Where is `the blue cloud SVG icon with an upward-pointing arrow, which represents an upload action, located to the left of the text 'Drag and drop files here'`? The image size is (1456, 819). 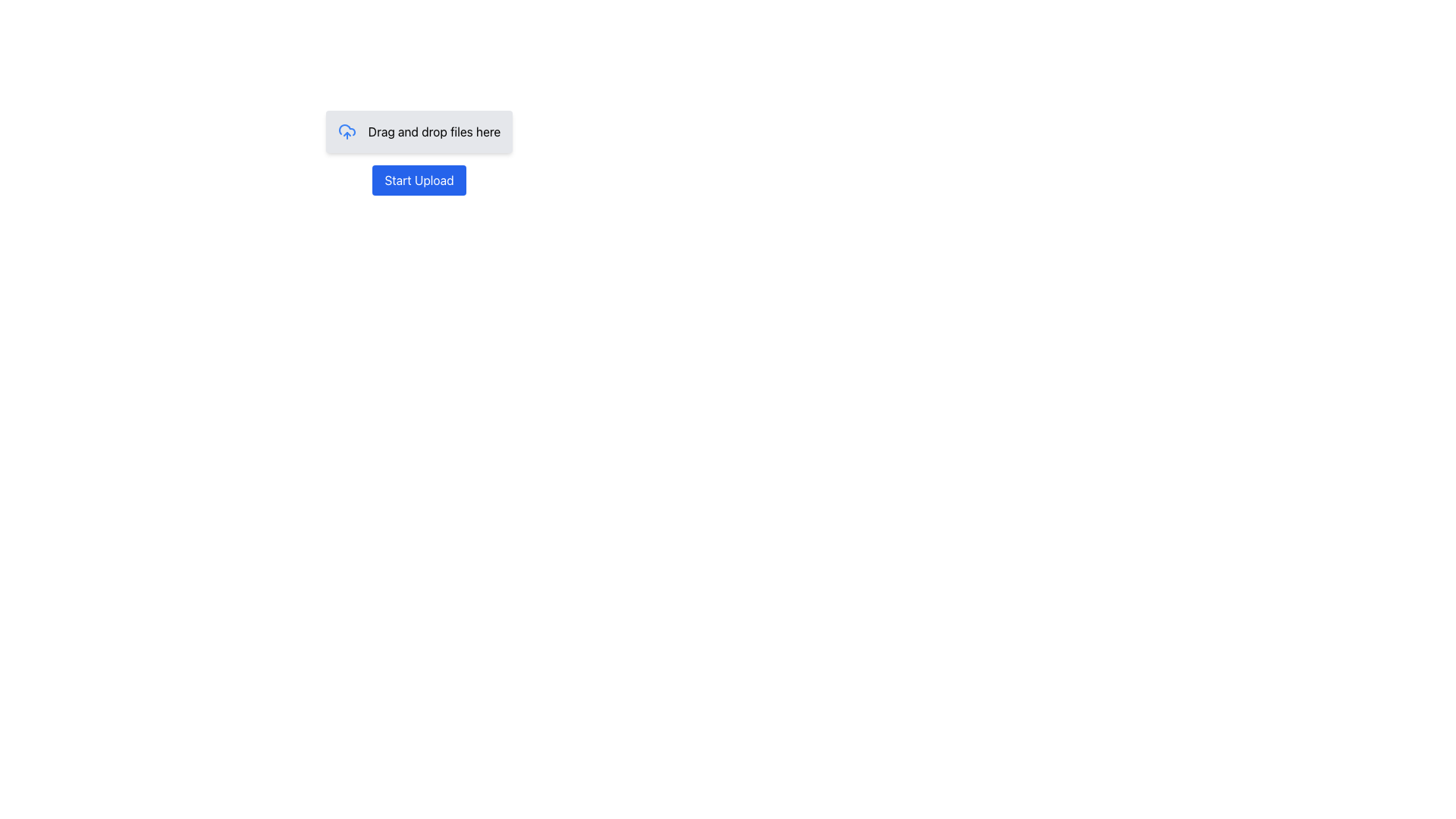
the blue cloud SVG icon with an upward-pointing arrow, which represents an upload action, located to the left of the text 'Drag and drop files here' is located at coordinates (346, 130).